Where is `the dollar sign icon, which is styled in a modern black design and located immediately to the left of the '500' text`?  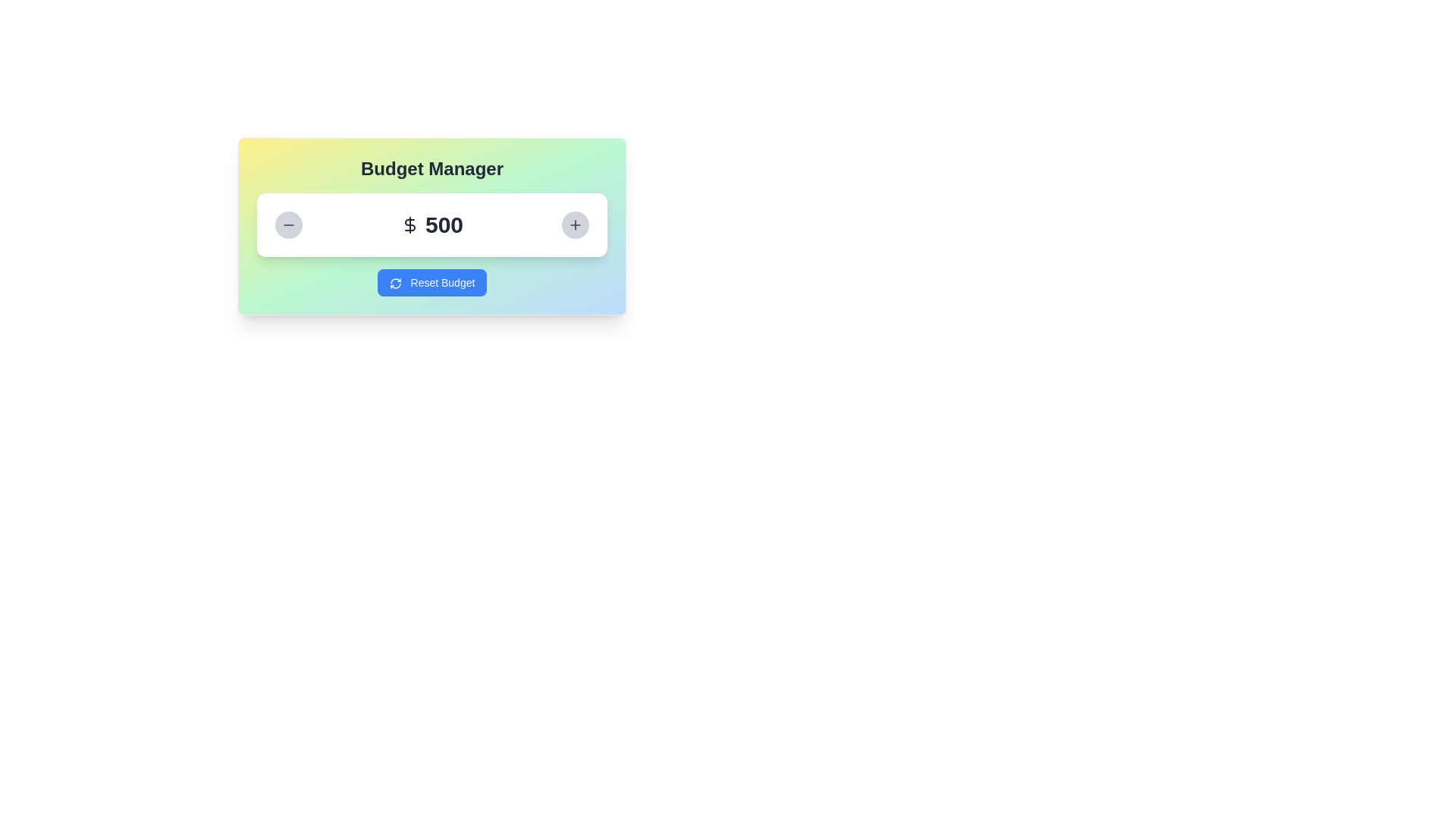 the dollar sign icon, which is styled in a modern black design and located immediately to the left of the '500' text is located at coordinates (410, 225).